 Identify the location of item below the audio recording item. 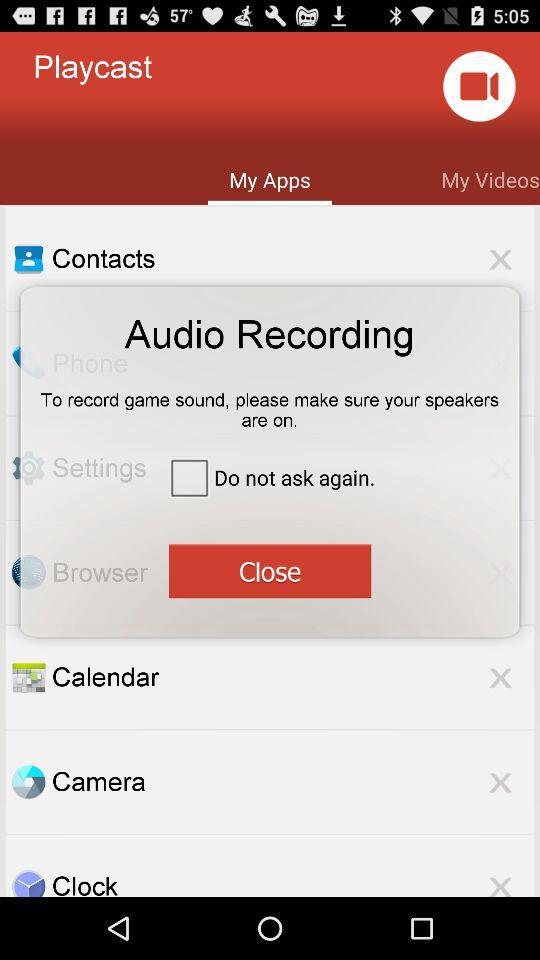
(270, 402).